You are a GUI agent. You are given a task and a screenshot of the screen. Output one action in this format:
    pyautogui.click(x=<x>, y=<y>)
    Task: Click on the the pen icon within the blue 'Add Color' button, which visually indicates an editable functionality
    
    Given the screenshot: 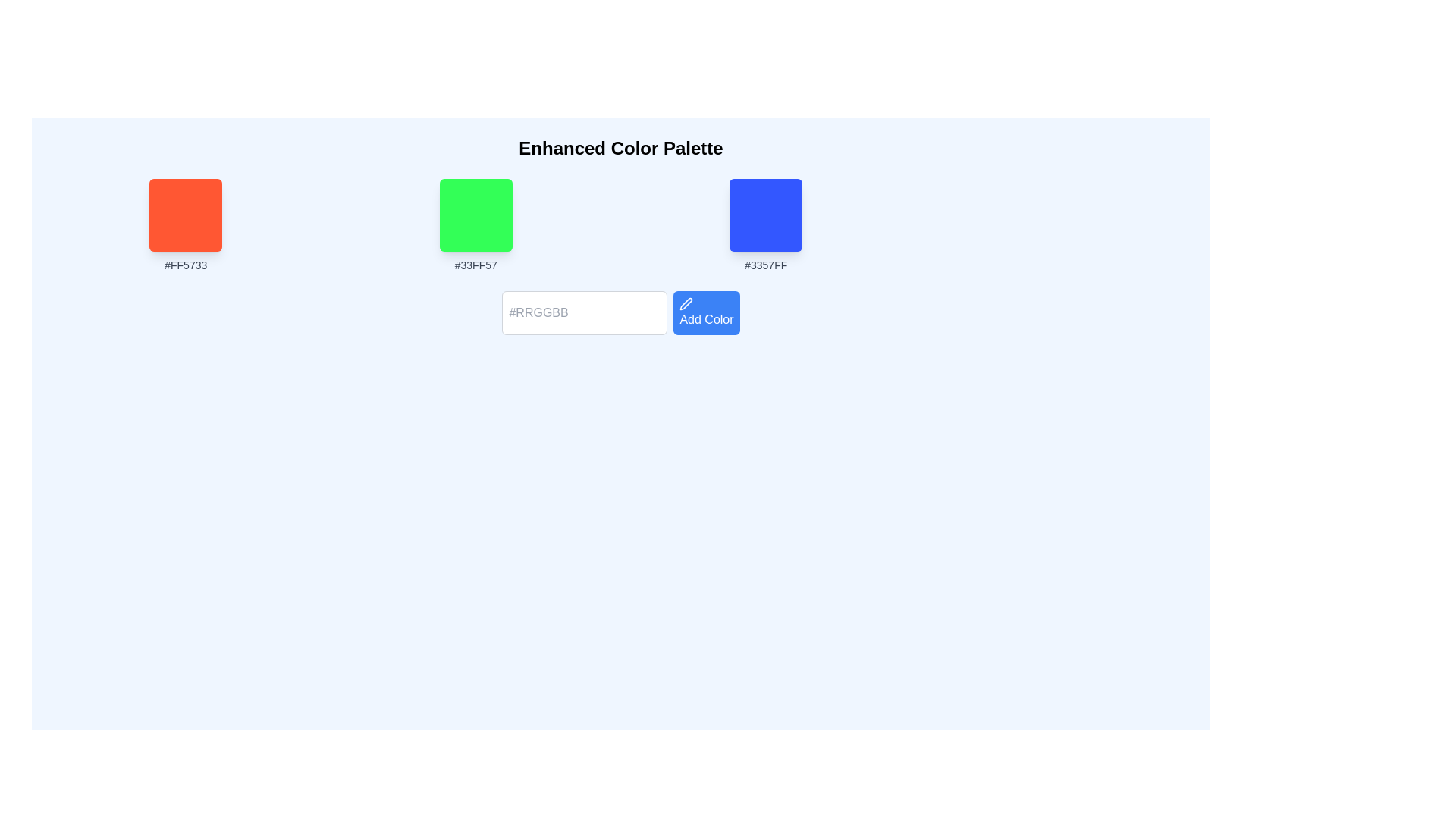 What is the action you would take?
    pyautogui.click(x=686, y=304)
    